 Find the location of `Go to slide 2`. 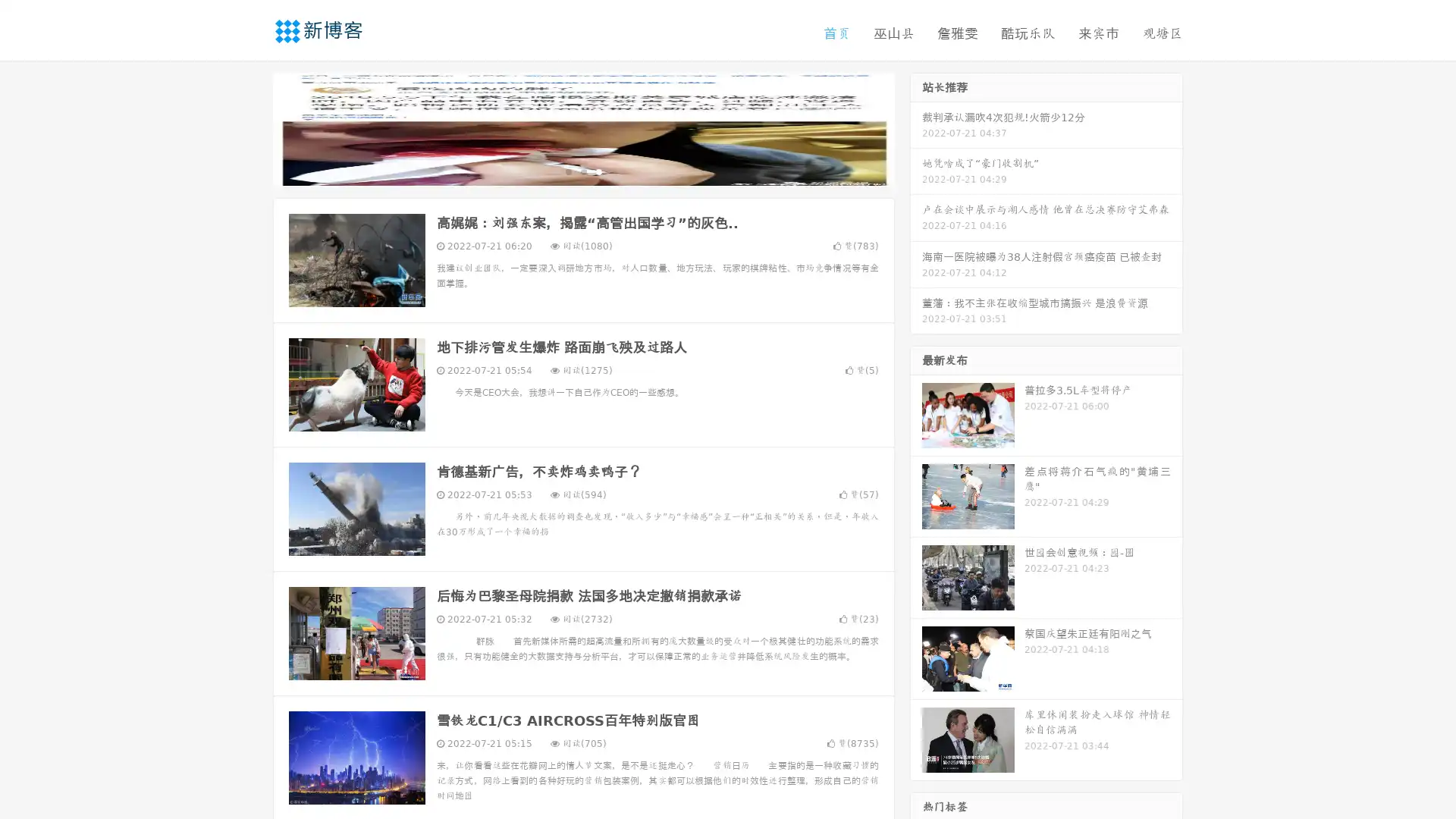

Go to slide 2 is located at coordinates (582, 171).